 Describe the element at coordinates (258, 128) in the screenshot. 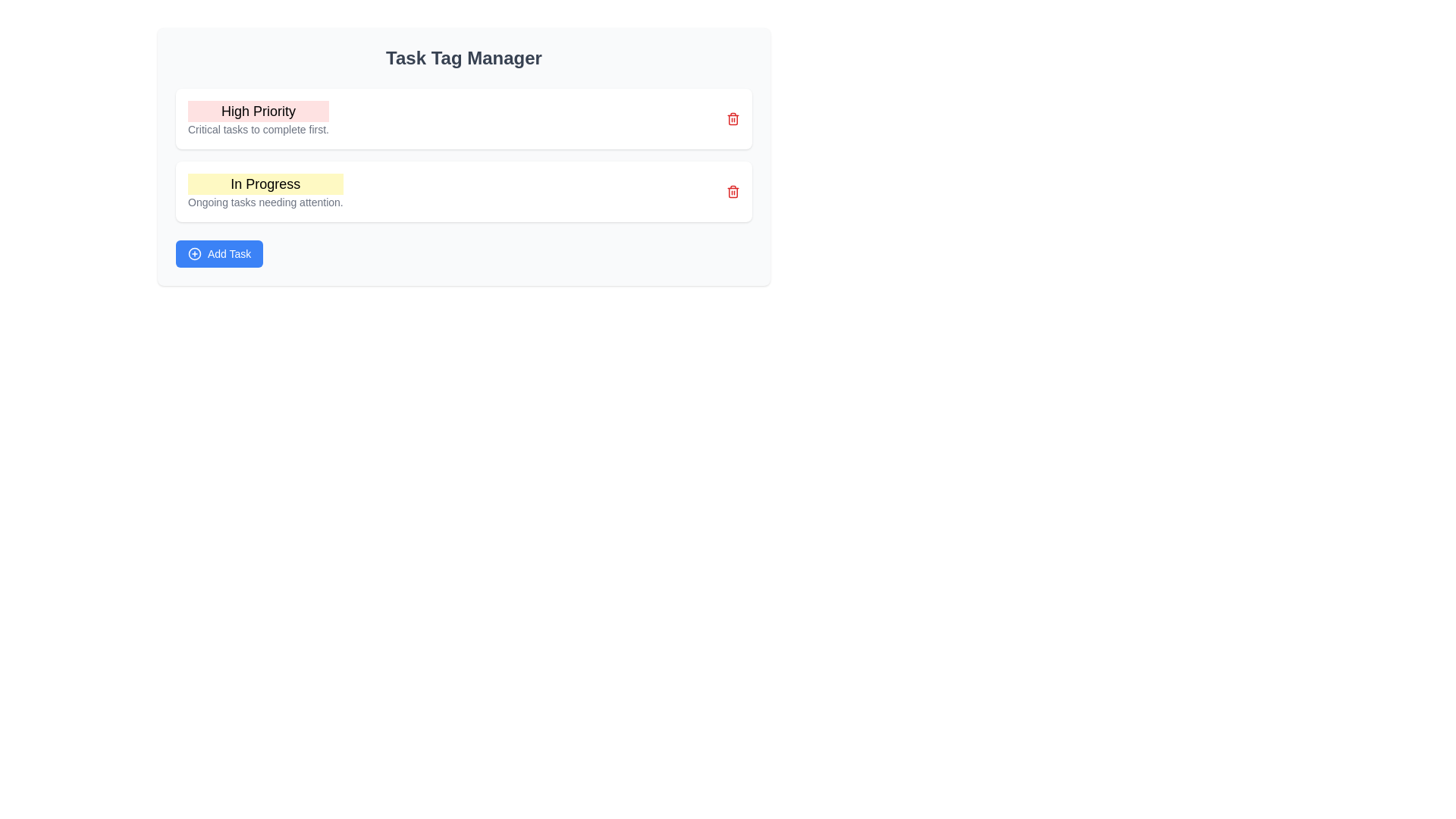

I see `descriptive text label located directly underneath the 'High Priority' label, centered within the card section` at that location.